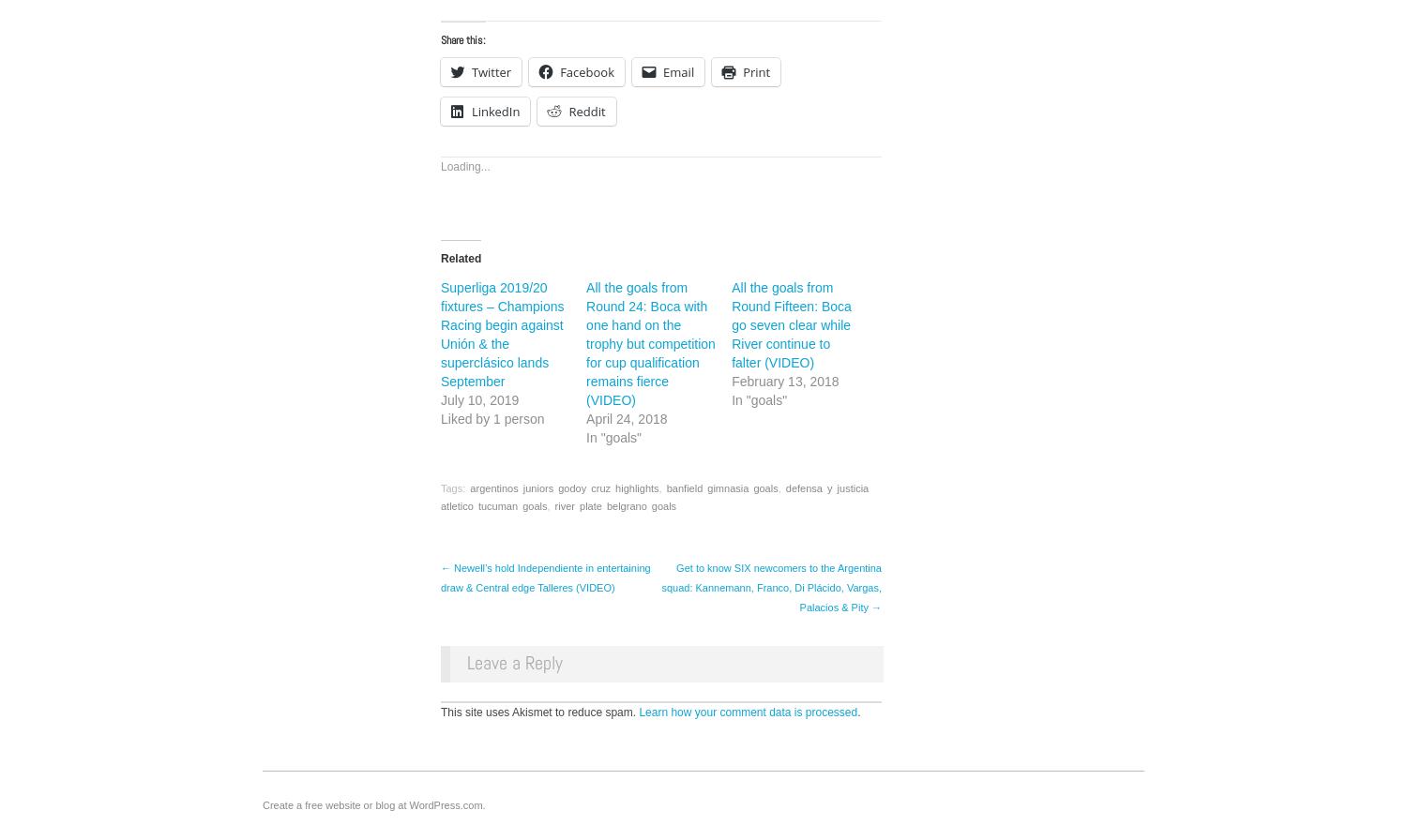 The width and height of the screenshot is (1407, 840). What do you see at coordinates (439, 577) in the screenshot?
I see `'Post navigation'` at bounding box center [439, 577].